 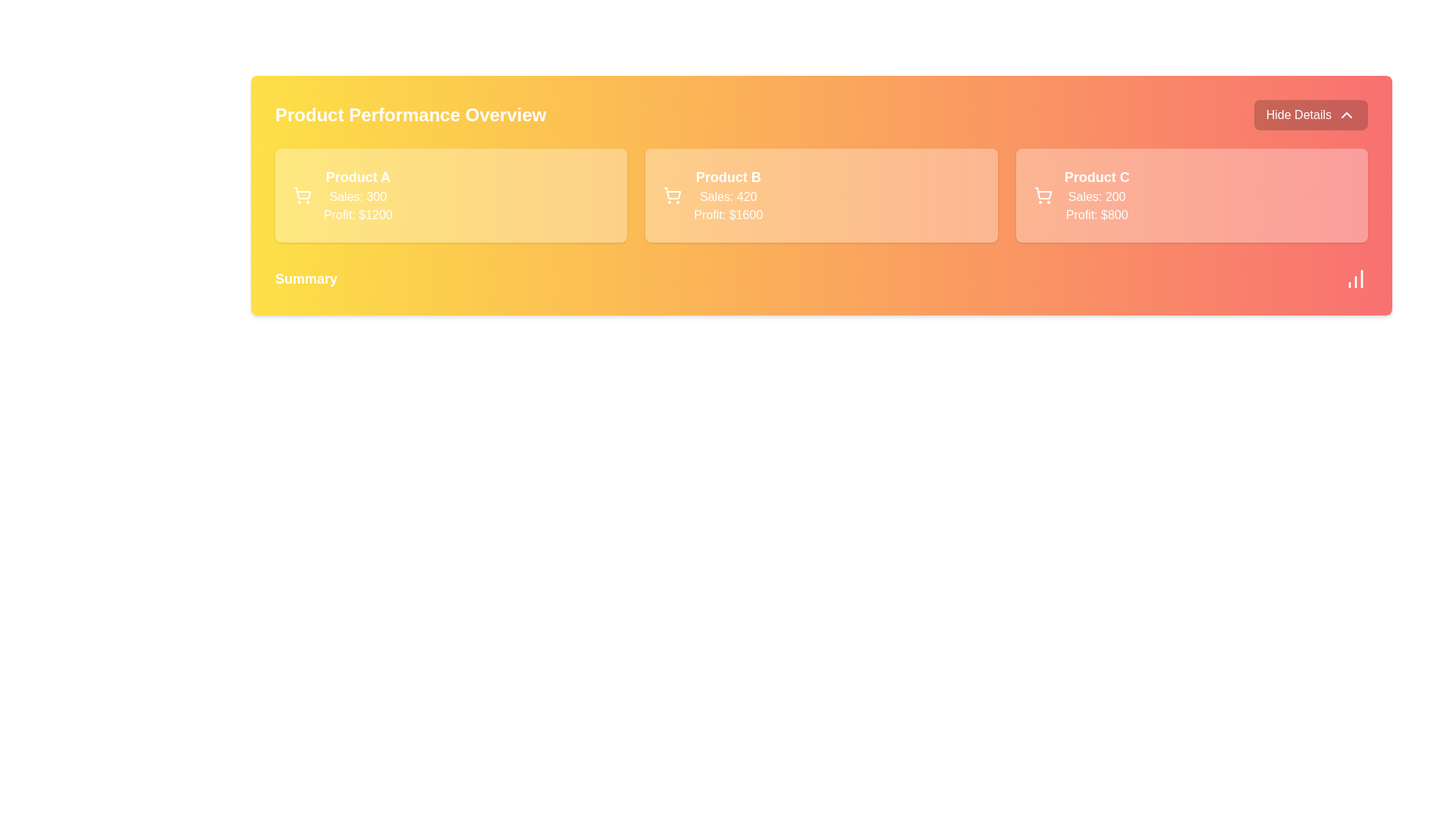 What do you see at coordinates (1097, 196) in the screenshot?
I see `value displayed in the text label showing 'Sales: 200' in bold white font within the 'Product C' card, which is the second text entry below the title and above the profit information` at bounding box center [1097, 196].